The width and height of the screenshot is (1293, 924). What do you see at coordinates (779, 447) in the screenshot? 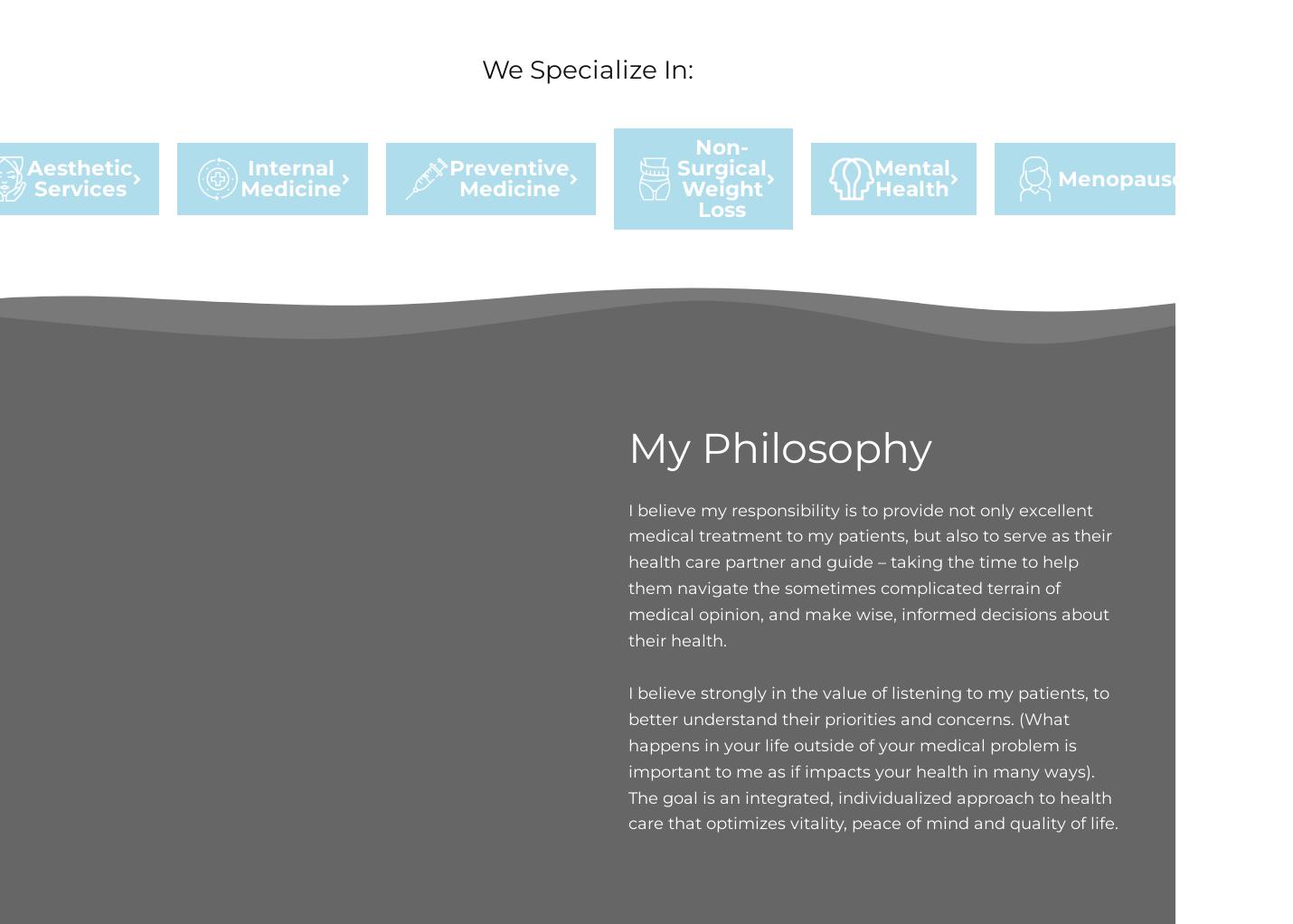
I see `'My Philosophy'` at bounding box center [779, 447].